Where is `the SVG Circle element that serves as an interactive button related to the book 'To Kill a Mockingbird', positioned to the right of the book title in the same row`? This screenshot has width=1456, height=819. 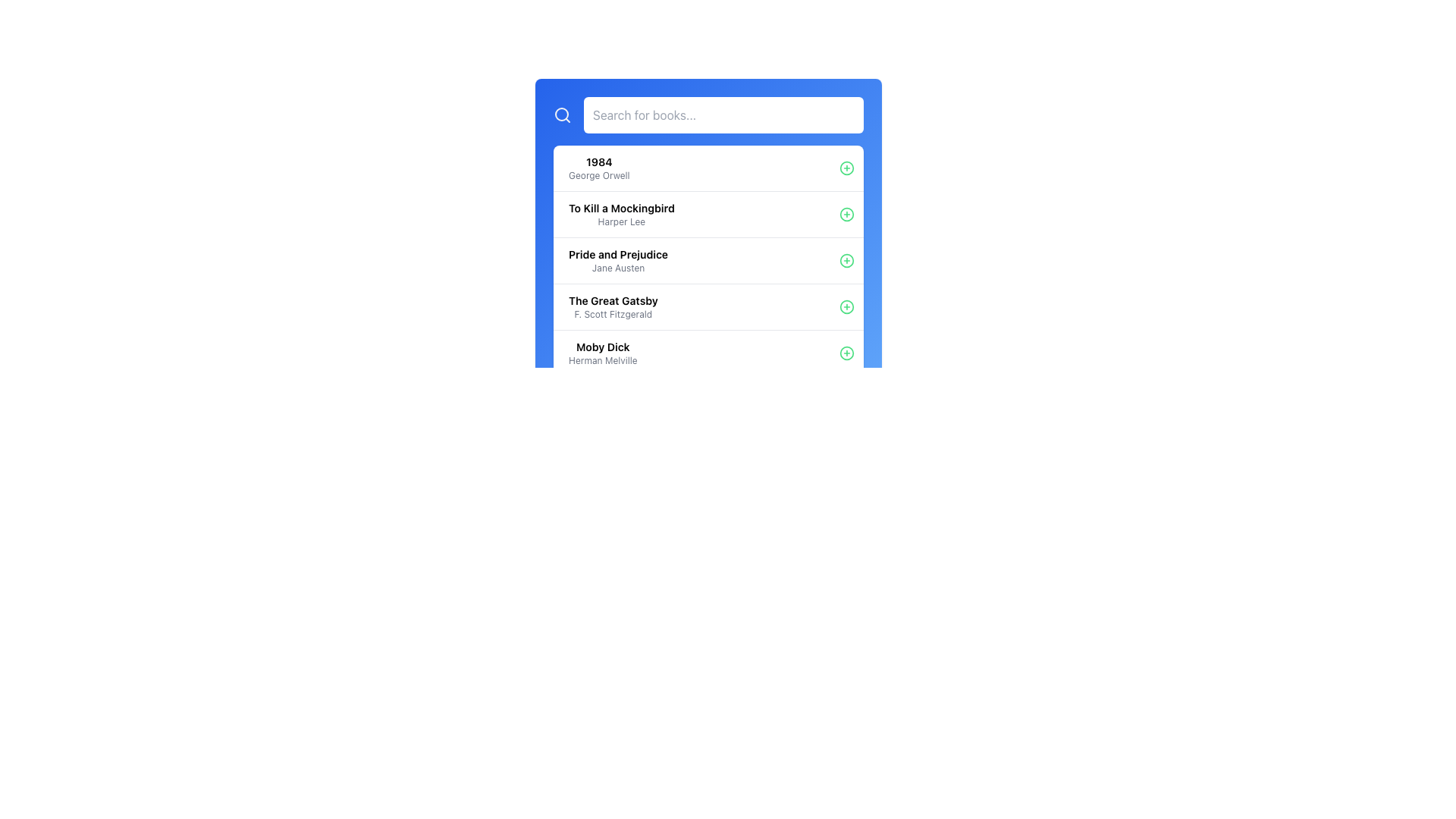 the SVG Circle element that serves as an interactive button related to the book 'To Kill a Mockingbird', positioned to the right of the book title in the same row is located at coordinates (846, 214).